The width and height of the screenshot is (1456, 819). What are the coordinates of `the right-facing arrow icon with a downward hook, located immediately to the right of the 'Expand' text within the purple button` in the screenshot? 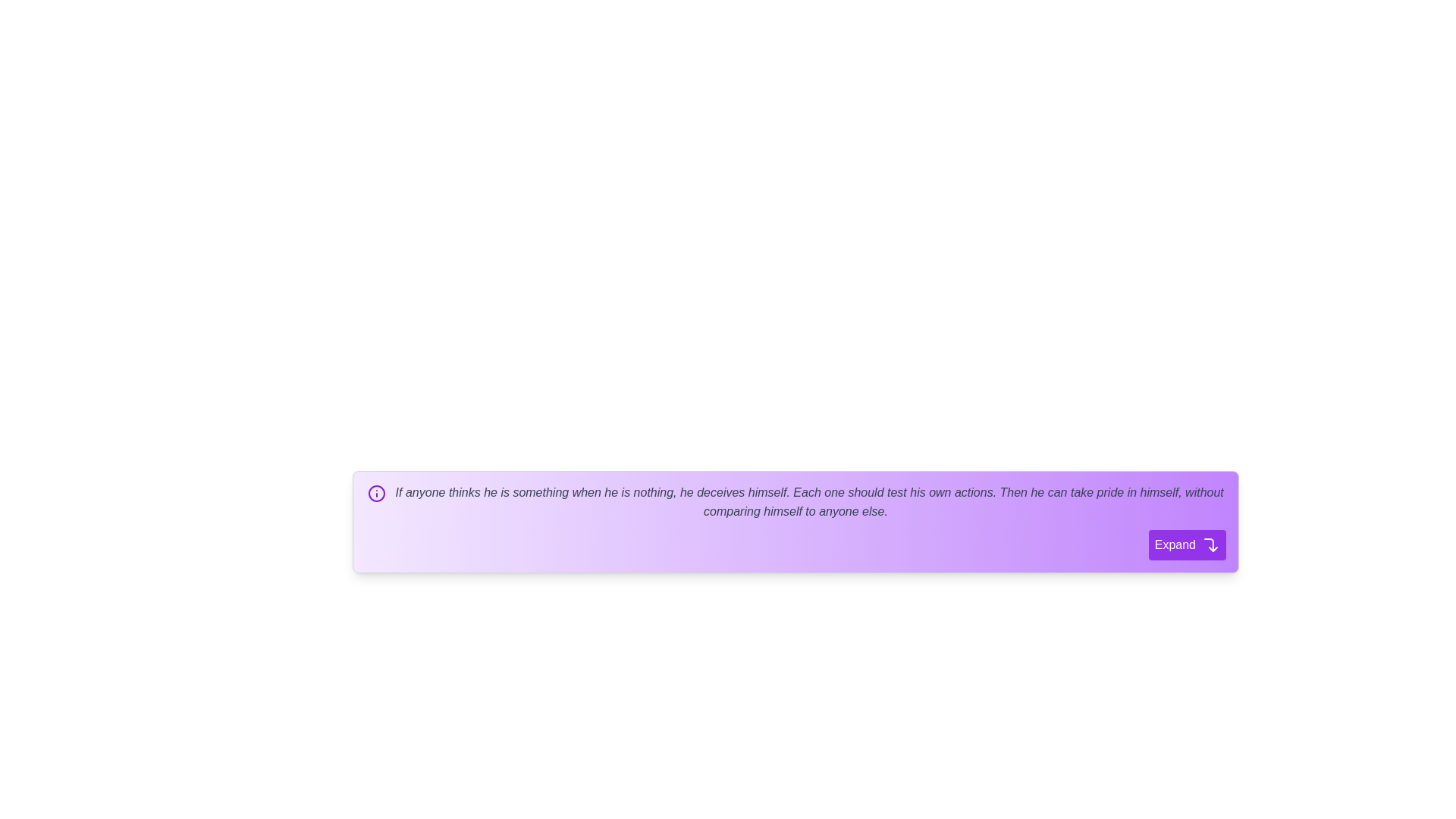 It's located at (1210, 543).